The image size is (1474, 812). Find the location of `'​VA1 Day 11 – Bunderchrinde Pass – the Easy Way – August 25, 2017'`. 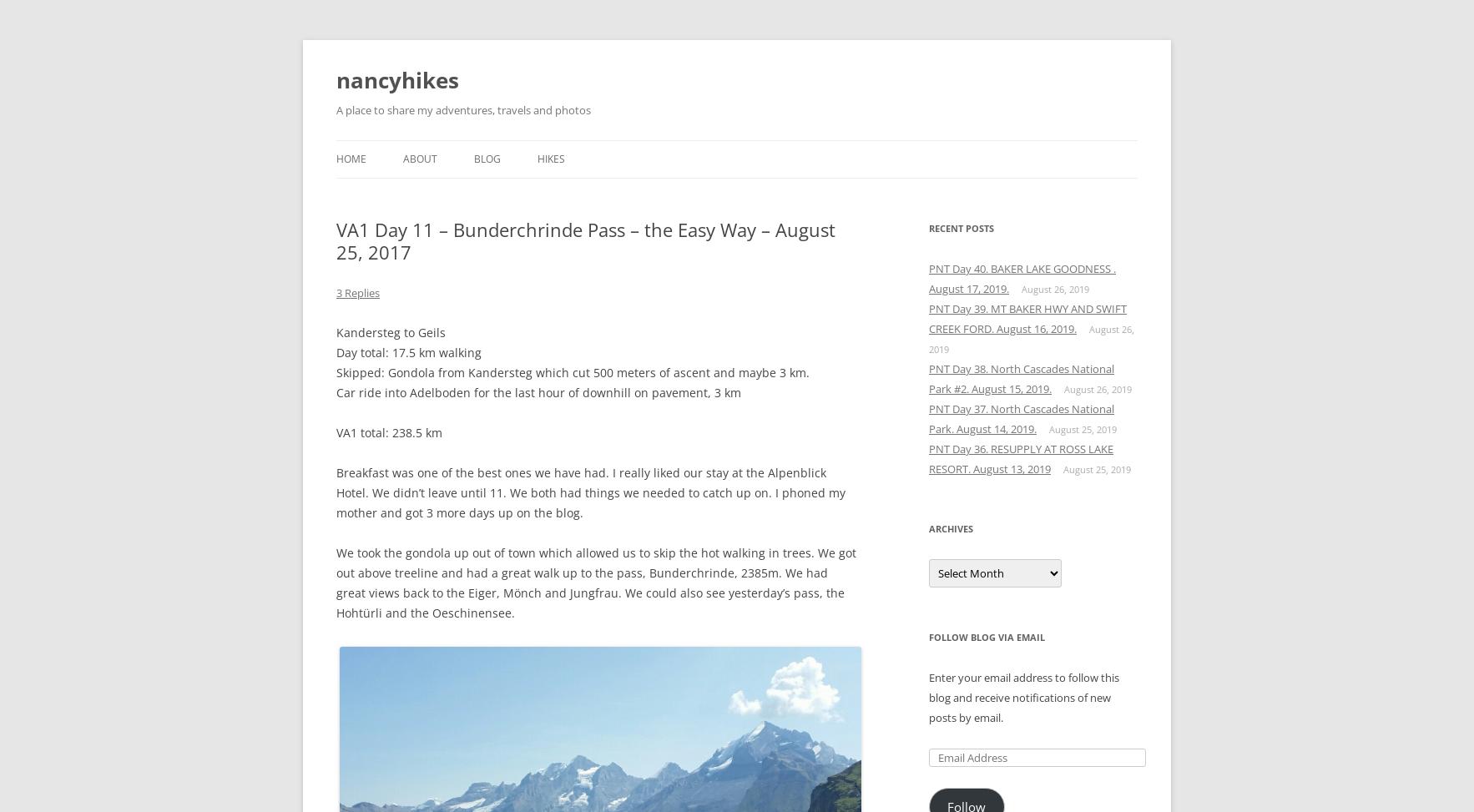

'​VA1 Day 11 – Bunderchrinde Pass – the Easy Way – August 25, 2017' is located at coordinates (585, 240).